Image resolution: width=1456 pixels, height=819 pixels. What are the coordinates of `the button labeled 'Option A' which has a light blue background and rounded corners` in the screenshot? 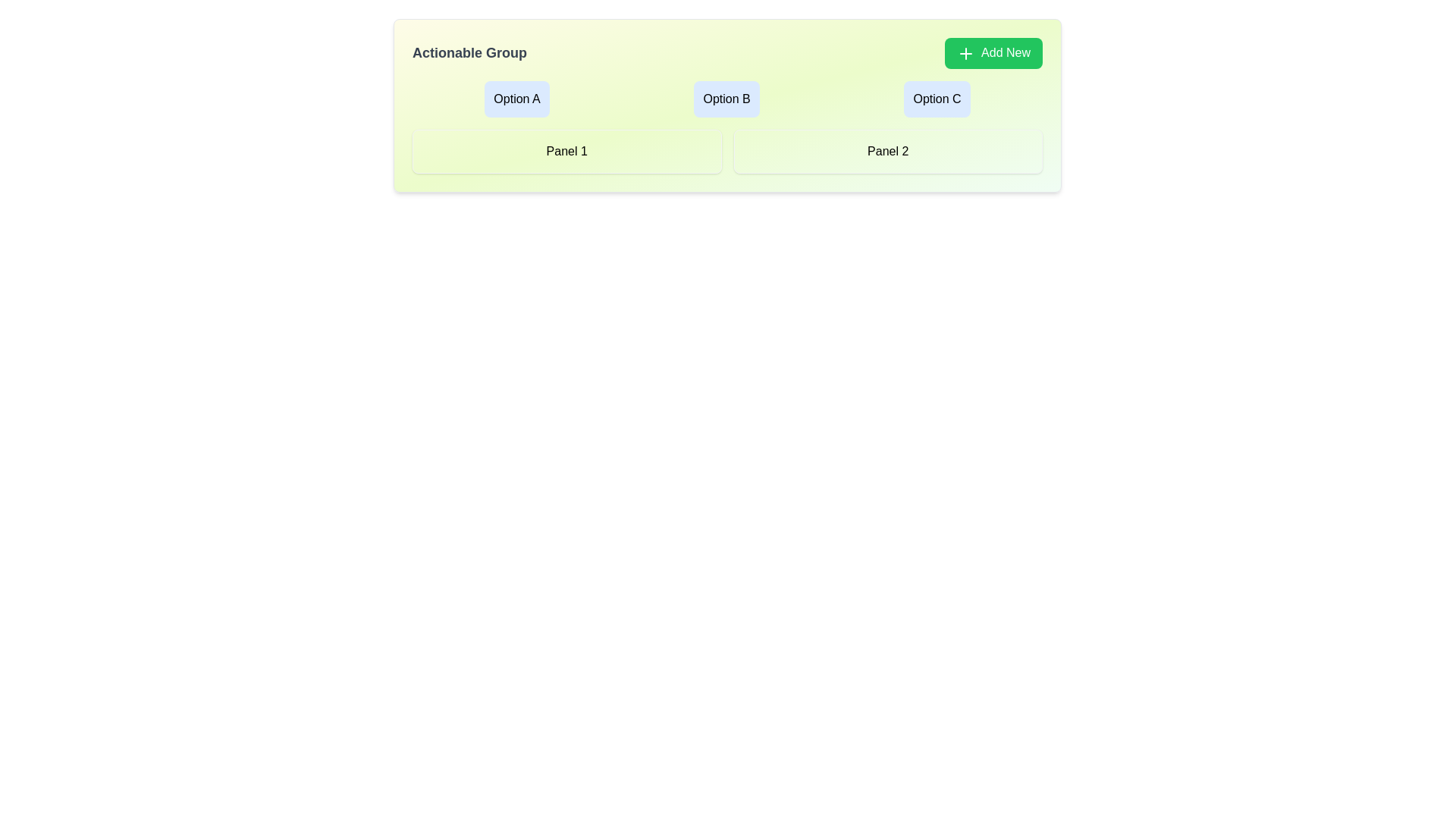 It's located at (516, 99).